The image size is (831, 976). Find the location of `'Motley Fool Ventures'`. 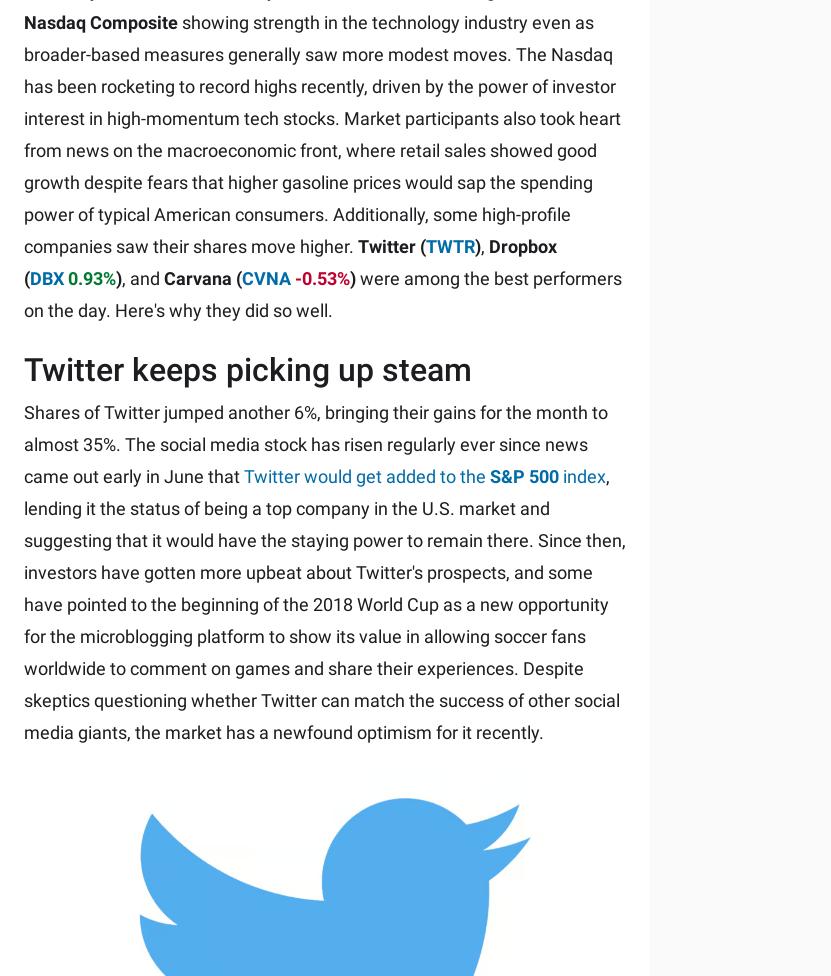

'Motley Fool Ventures' is located at coordinates (277, 741).